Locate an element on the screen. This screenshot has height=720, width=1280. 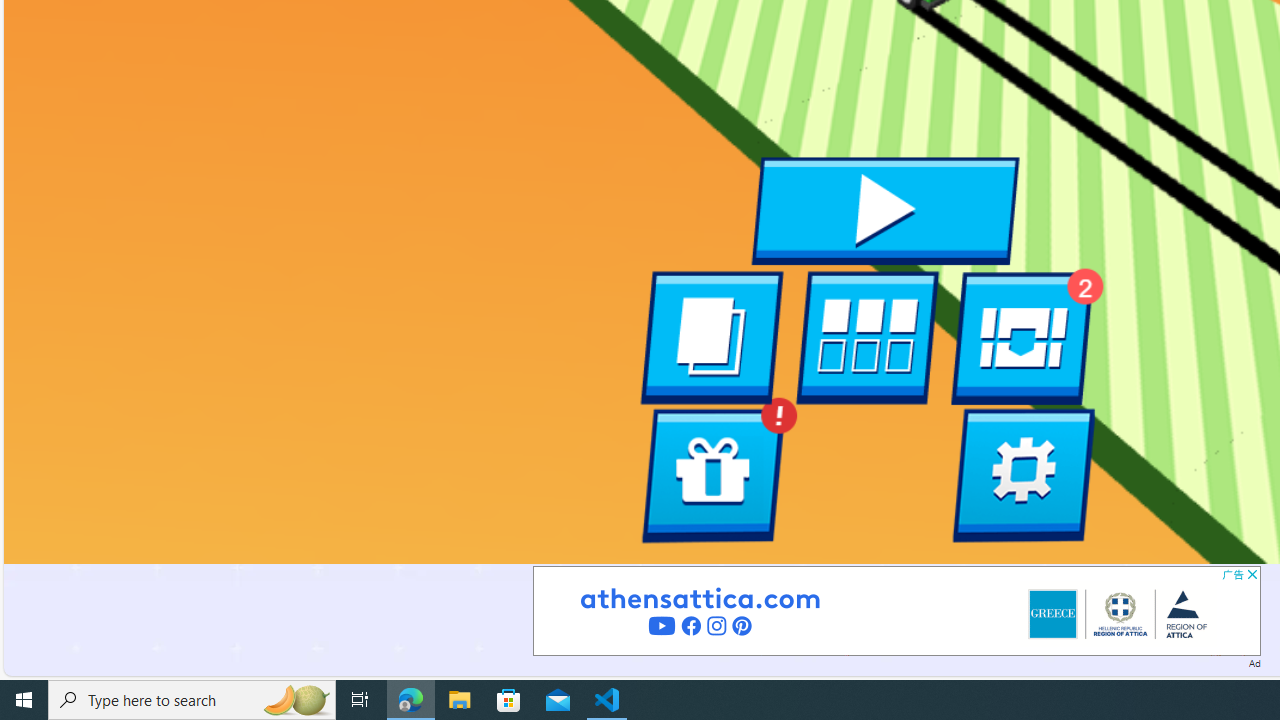
'Ad' is located at coordinates (1253, 662).